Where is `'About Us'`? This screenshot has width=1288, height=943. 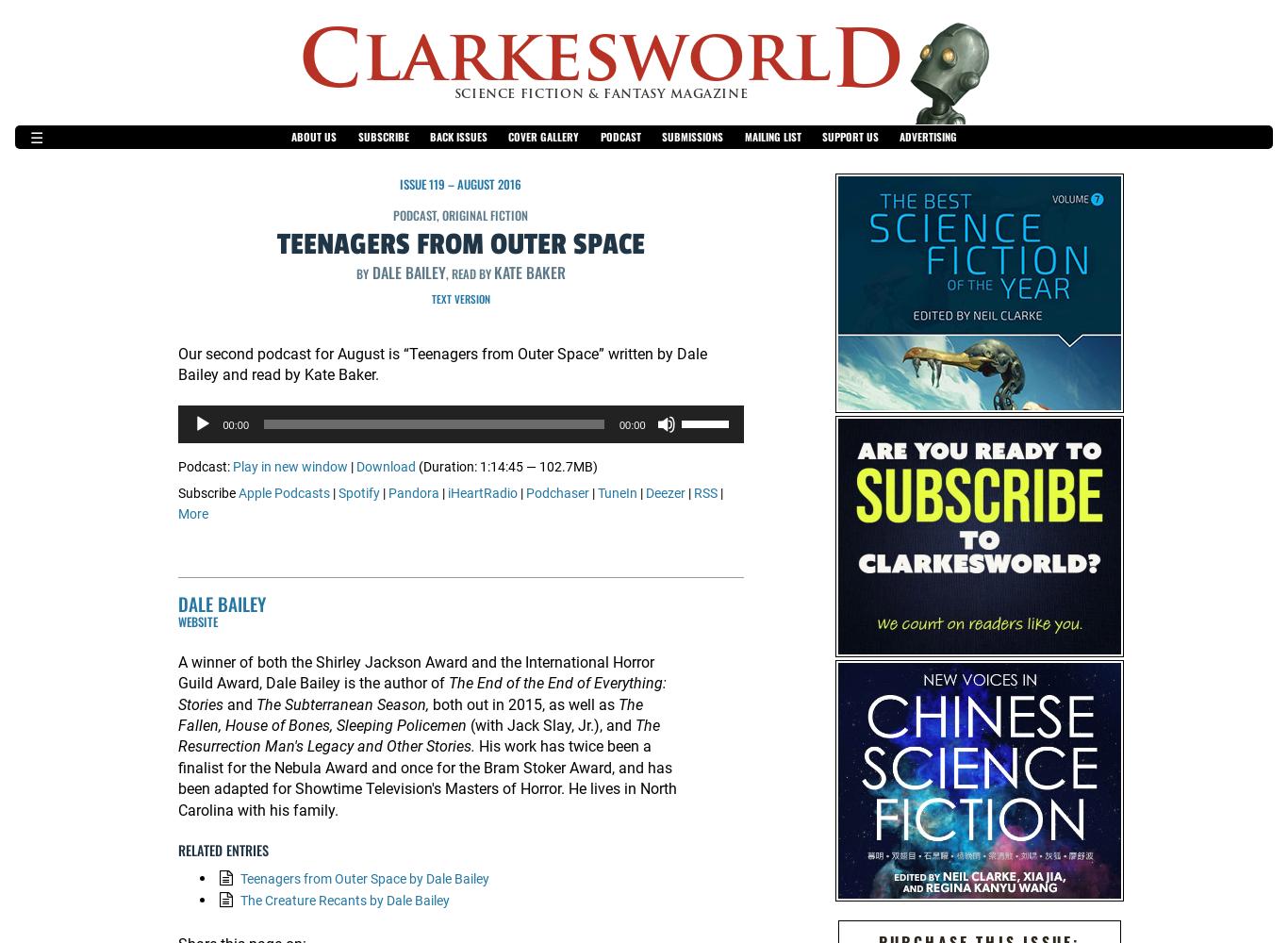 'About Us' is located at coordinates (290, 137).